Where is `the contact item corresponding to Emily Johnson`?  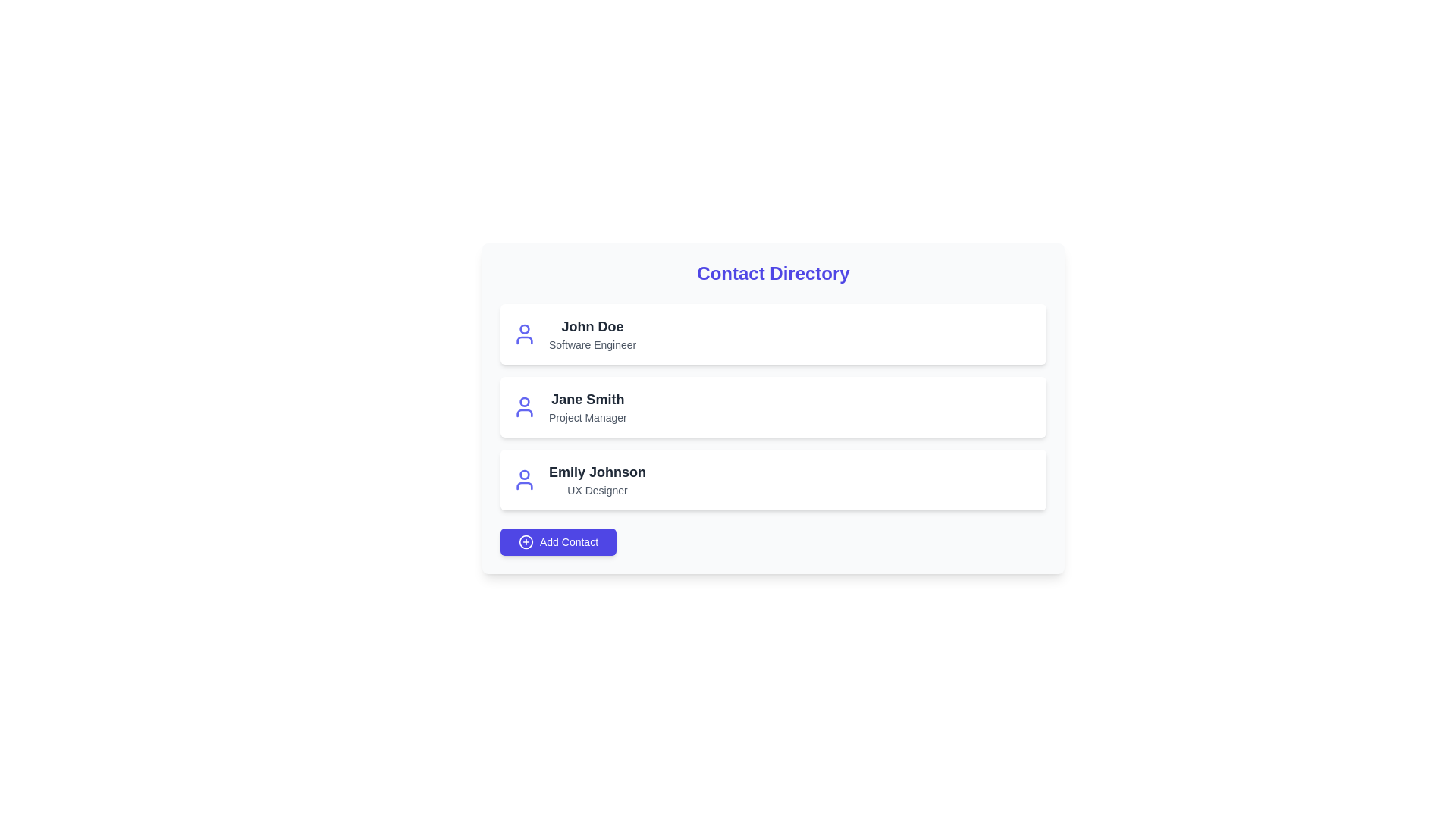
the contact item corresponding to Emily Johnson is located at coordinates (773, 479).